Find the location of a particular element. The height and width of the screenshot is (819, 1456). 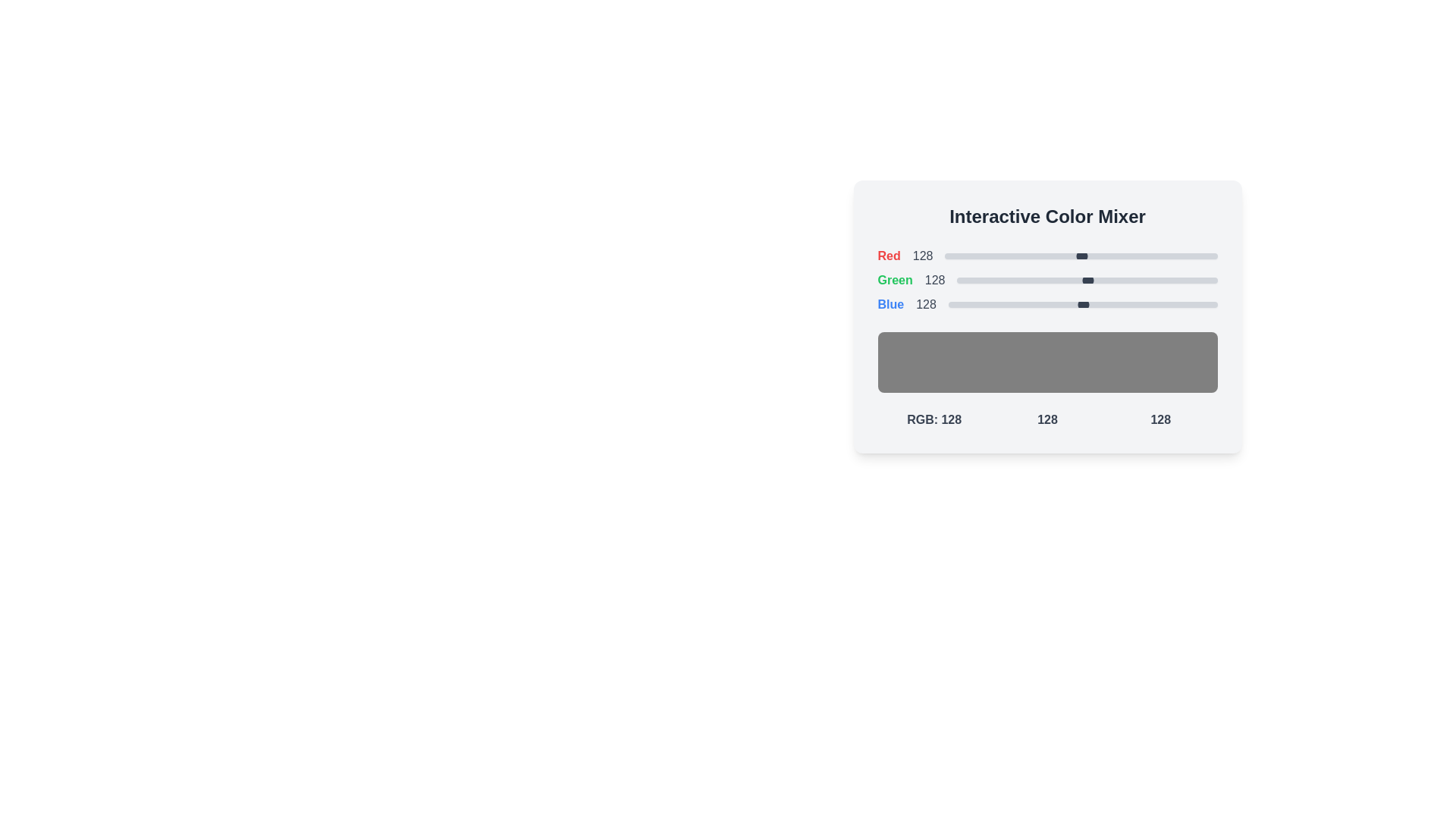

numeric text '128' displayed in a medium-weight gray font, positioned directly to the right of the green label 'Green' is located at coordinates (934, 281).